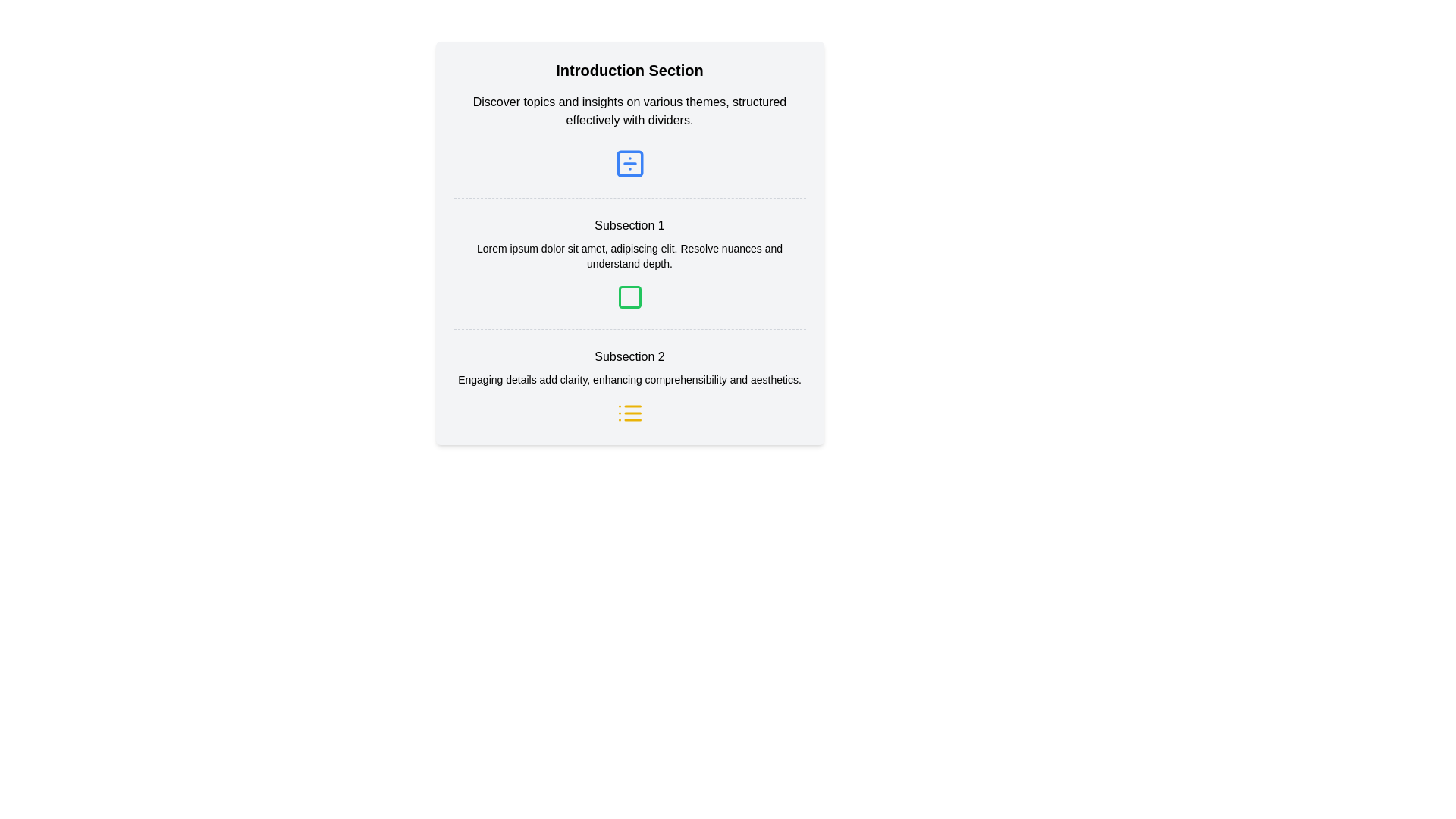 This screenshot has height=819, width=1456. I want to click on the text block that contains the content 'Engaging details add clarity, enhancing comprehensibility and aesthetics.' This text block is styled as smaller, secondary text and is centrally aligned within 'Subsection 2', so click(629, 379).